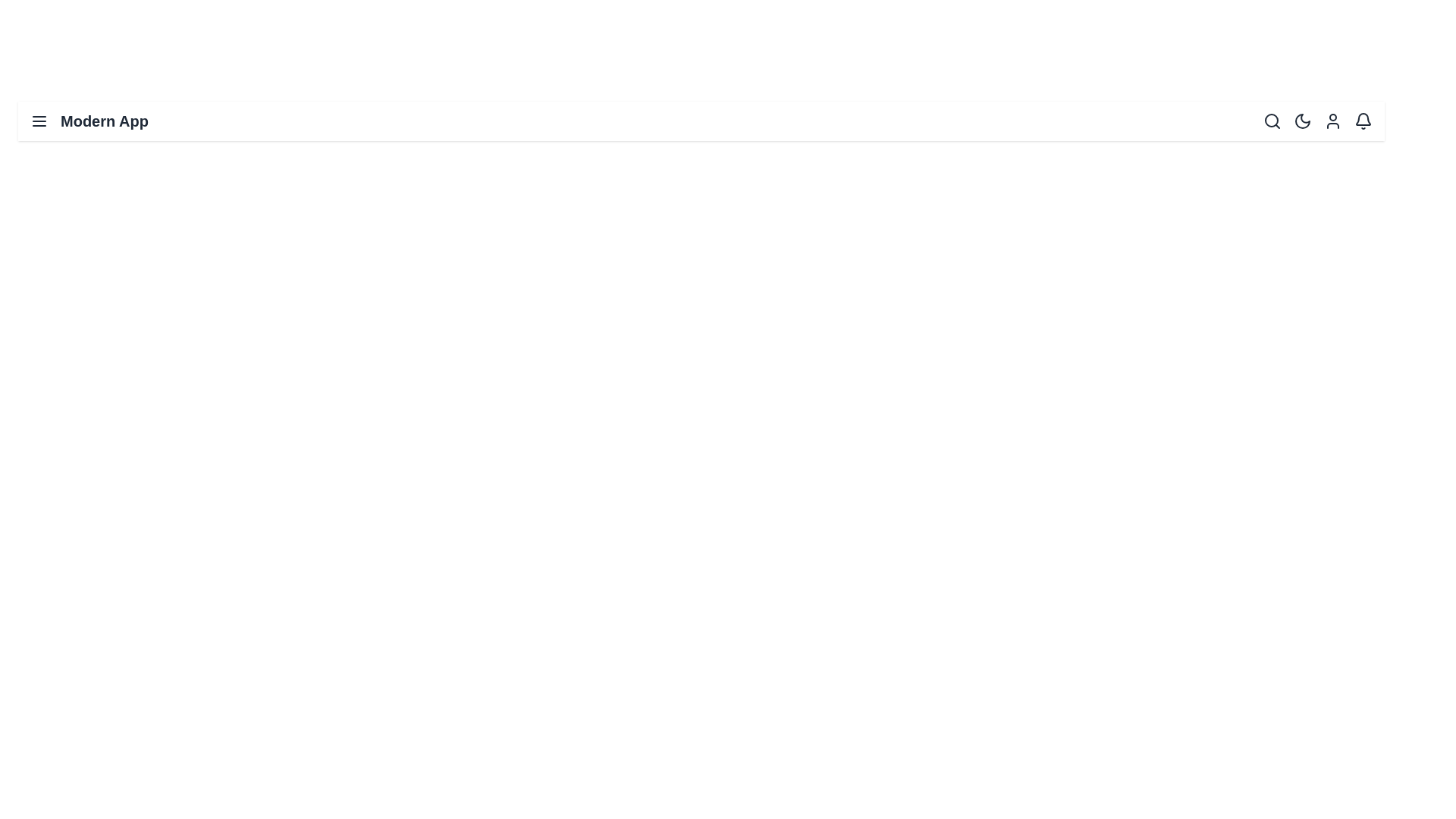 This screenshot has width=1456, height=819. I want to click on the search icon to toggle the visibility of the search bar, so click(1272, 120).